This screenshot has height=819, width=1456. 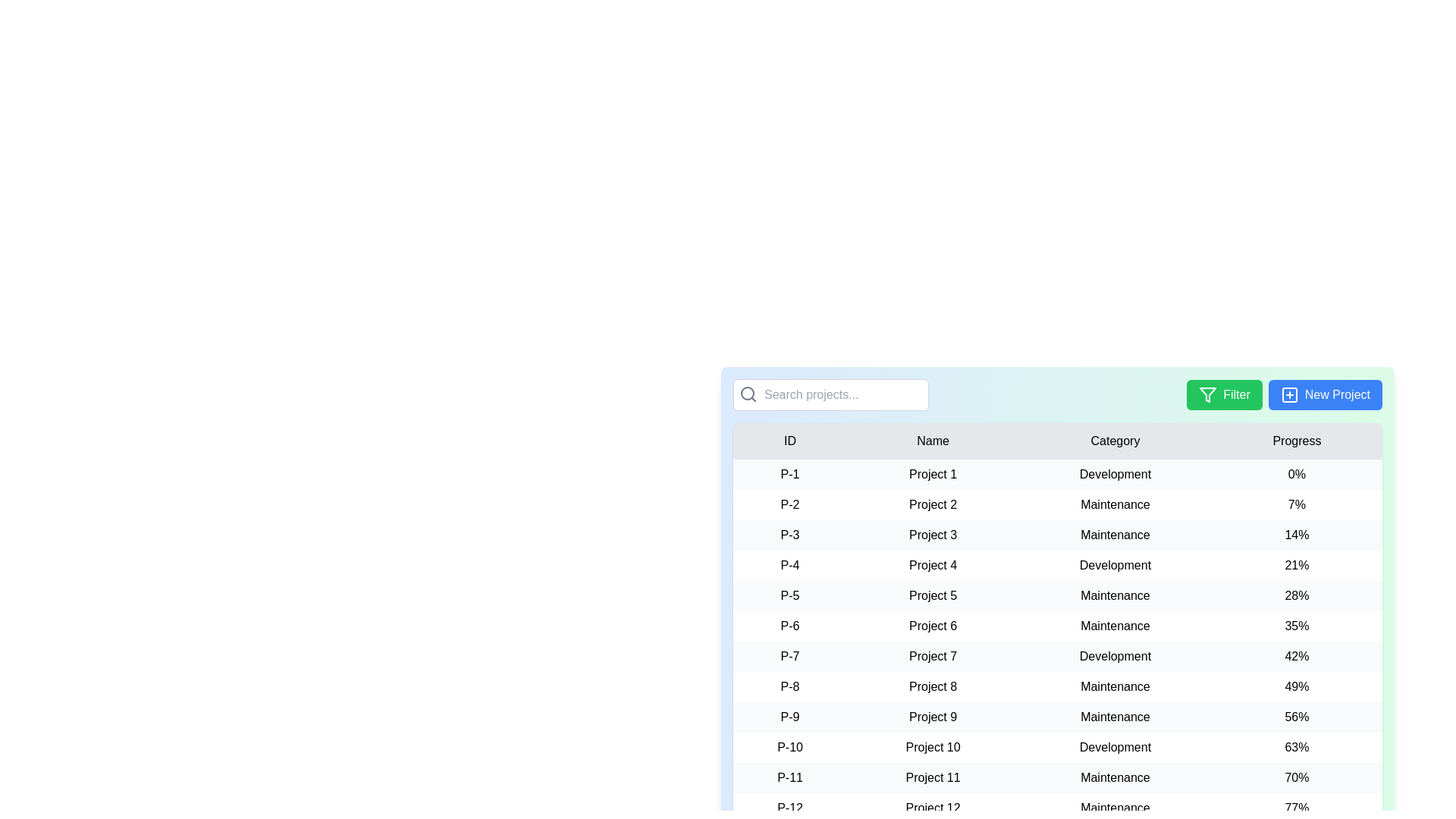 I want to click on the Filter button to view its hover effect, so click(x=1224, y=394).